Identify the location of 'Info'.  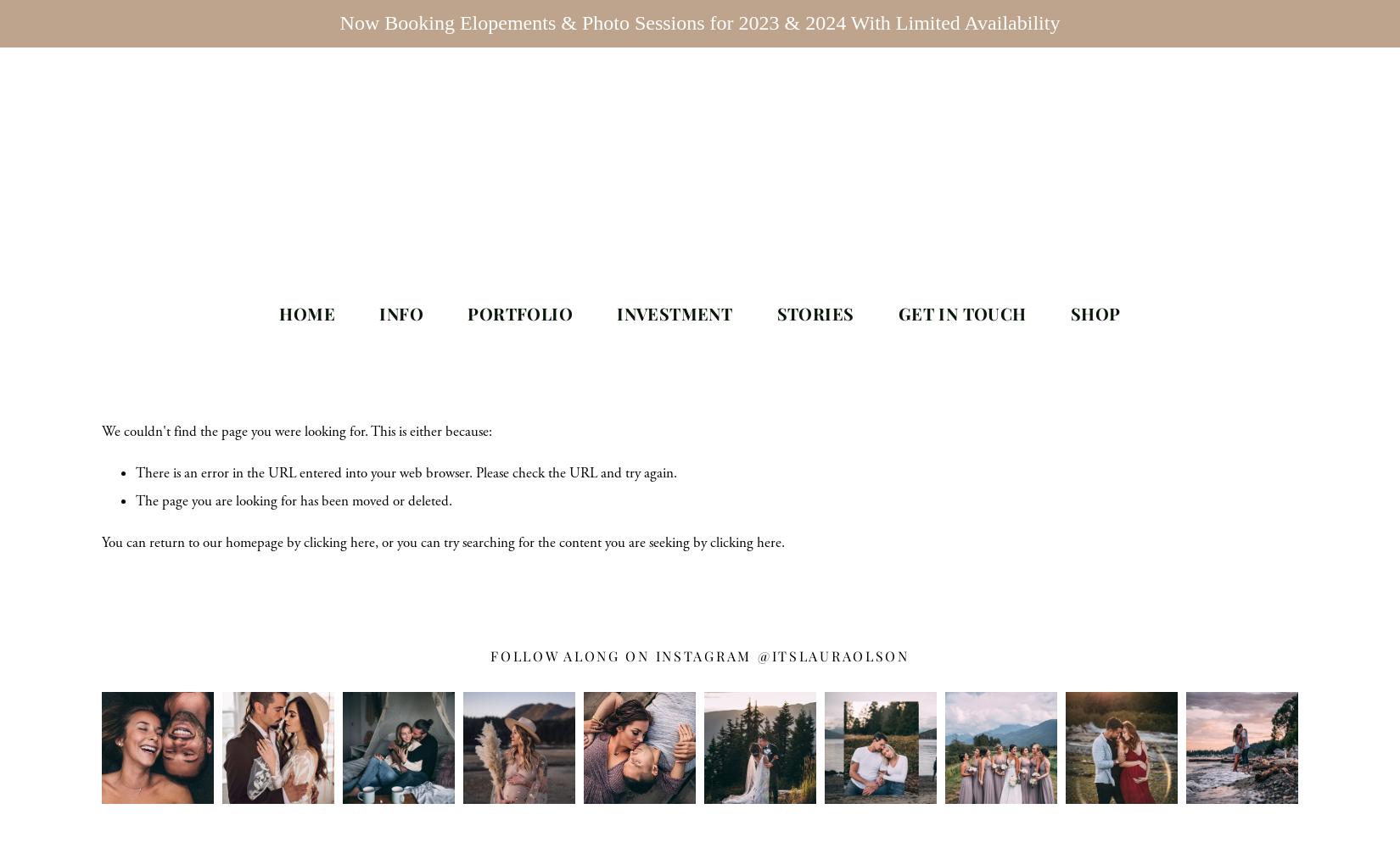
(400, 312).